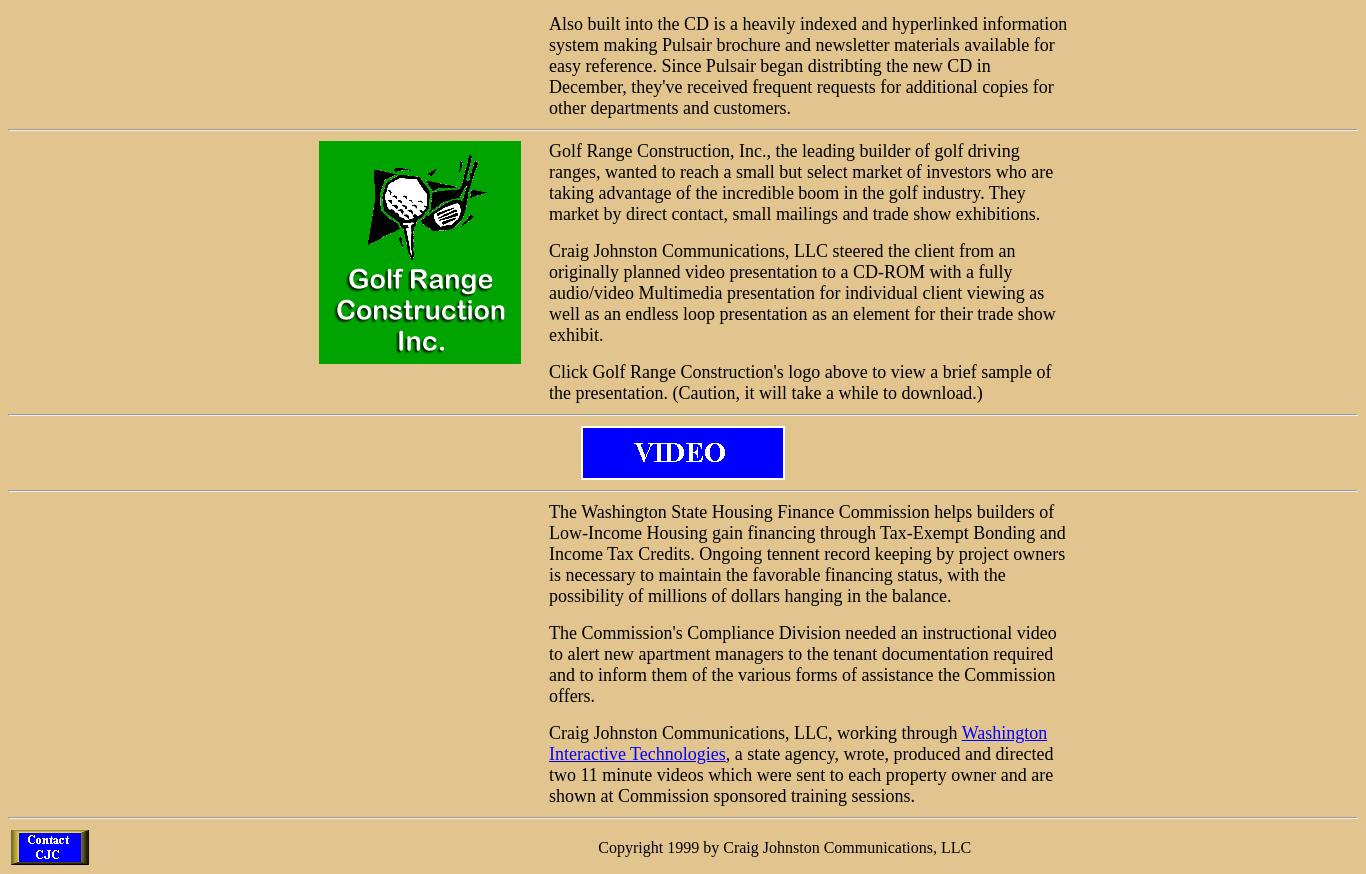 This screenshot has height=874, width=1366. I want to click on ', a state agency, wrote, produced
    and directed two 11 minute videos which were sent to each property owner and are shown at
    Commission sponsored training sessions.', so click(799, 773).